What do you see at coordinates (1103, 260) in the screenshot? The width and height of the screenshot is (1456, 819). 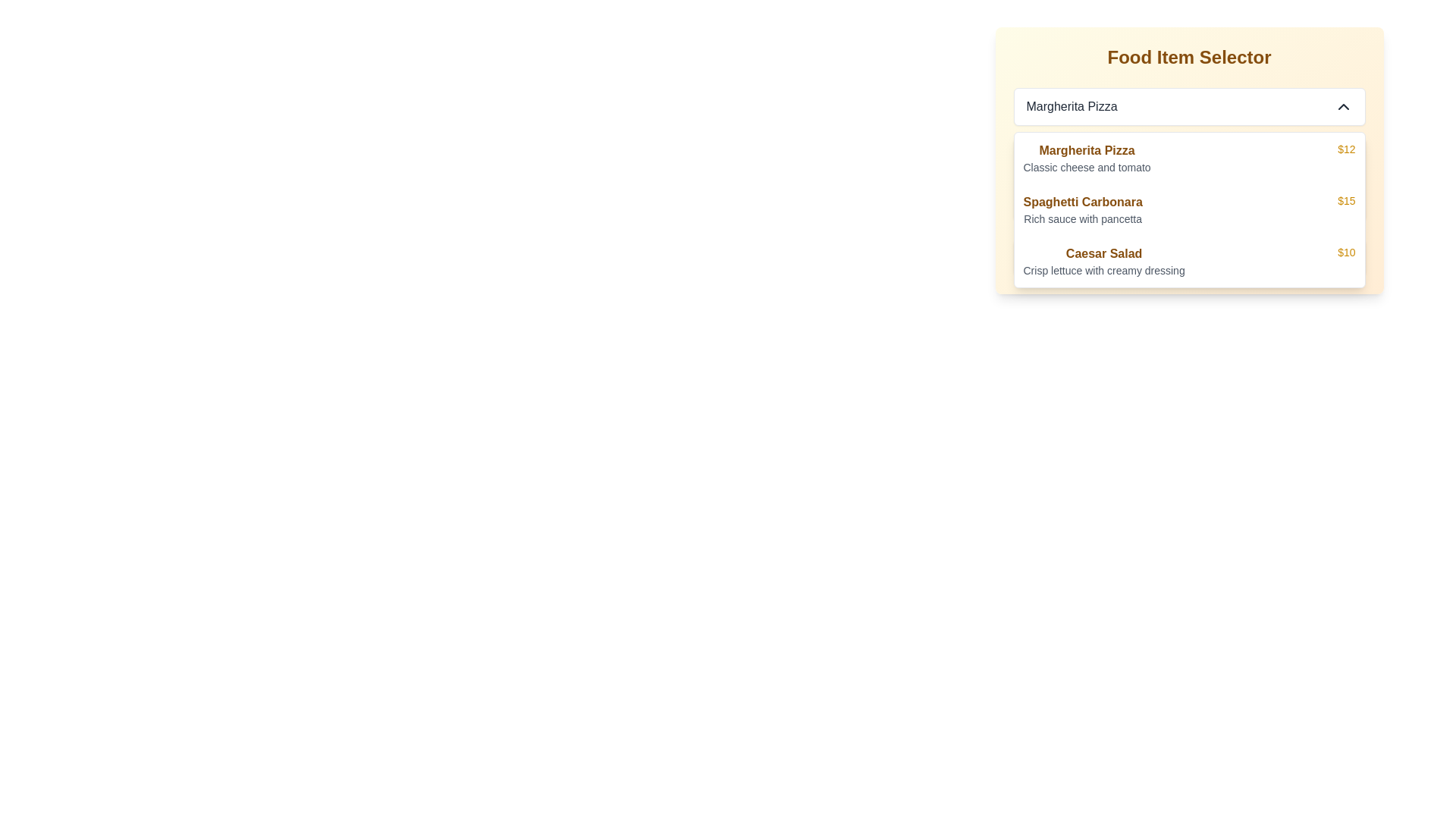 I see `the 'Caesar Salad' menu item description, which features bold header text and a smaller descriptive text in a card layout` at bounding box center [1103, 260].